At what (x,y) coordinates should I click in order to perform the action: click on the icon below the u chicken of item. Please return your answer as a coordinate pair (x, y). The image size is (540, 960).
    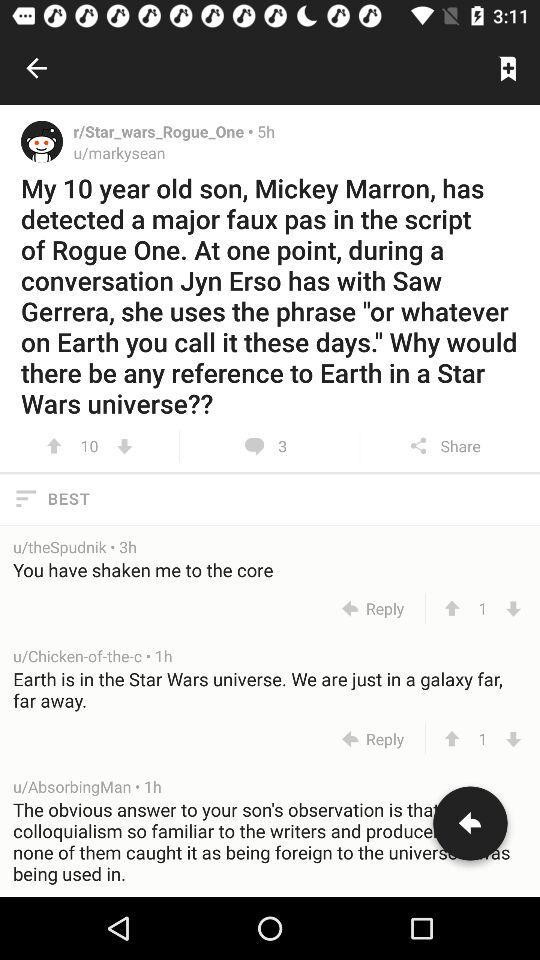
    Looking at the image, I should click on (270, 689).